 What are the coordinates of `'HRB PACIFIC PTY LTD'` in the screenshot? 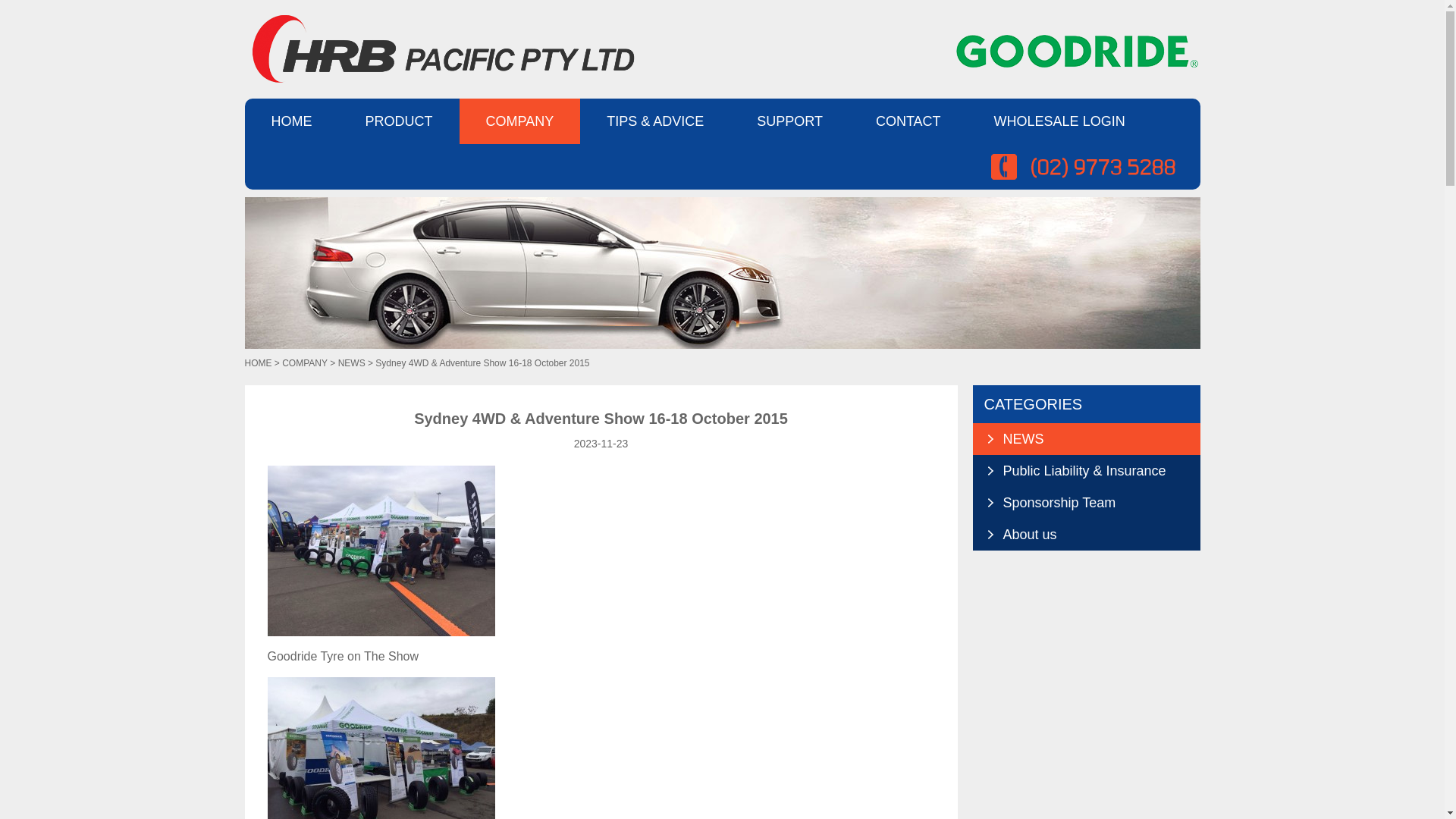 It's located at (438, 48).